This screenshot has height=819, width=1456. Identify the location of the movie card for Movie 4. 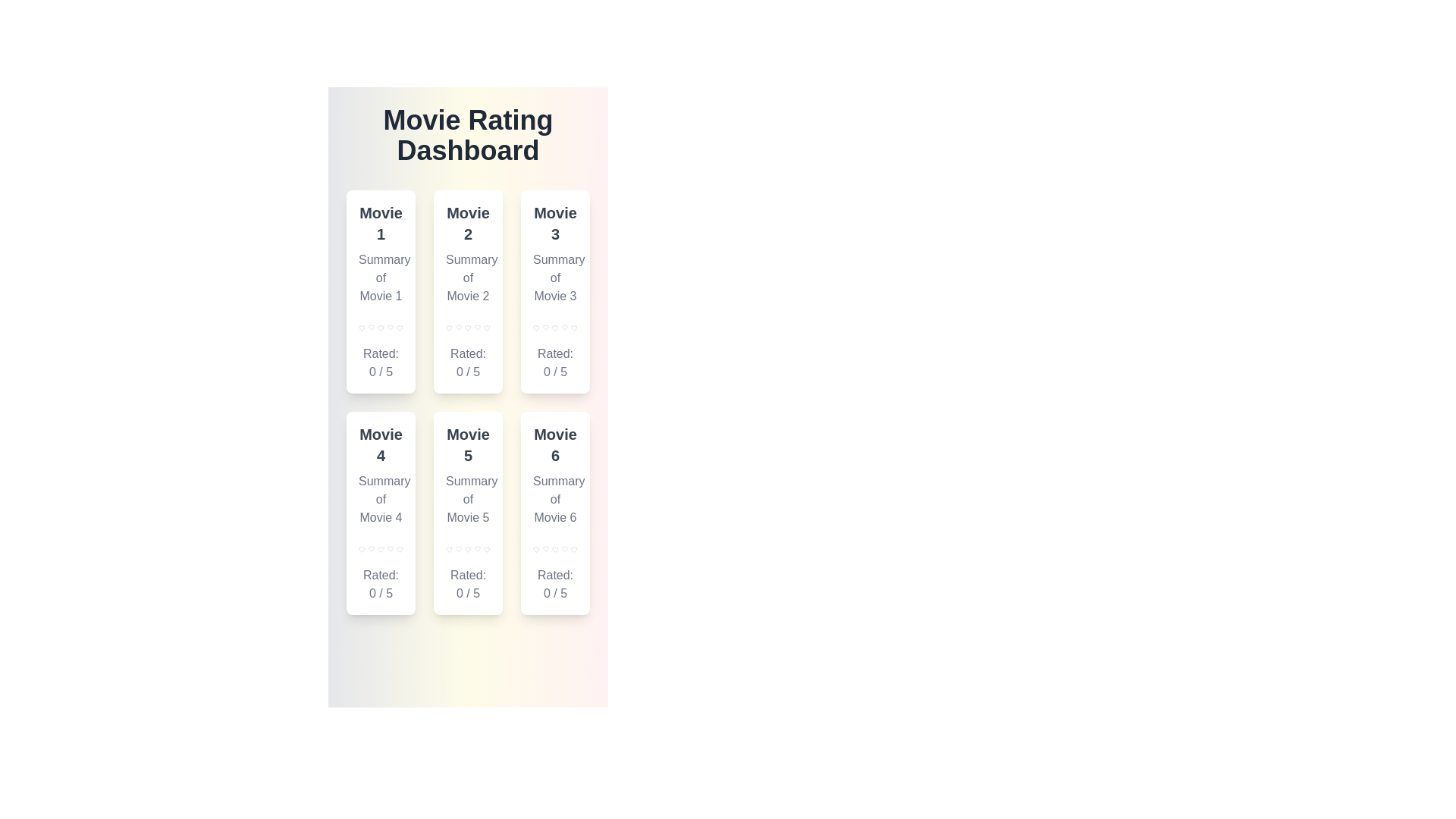
(381, 513).